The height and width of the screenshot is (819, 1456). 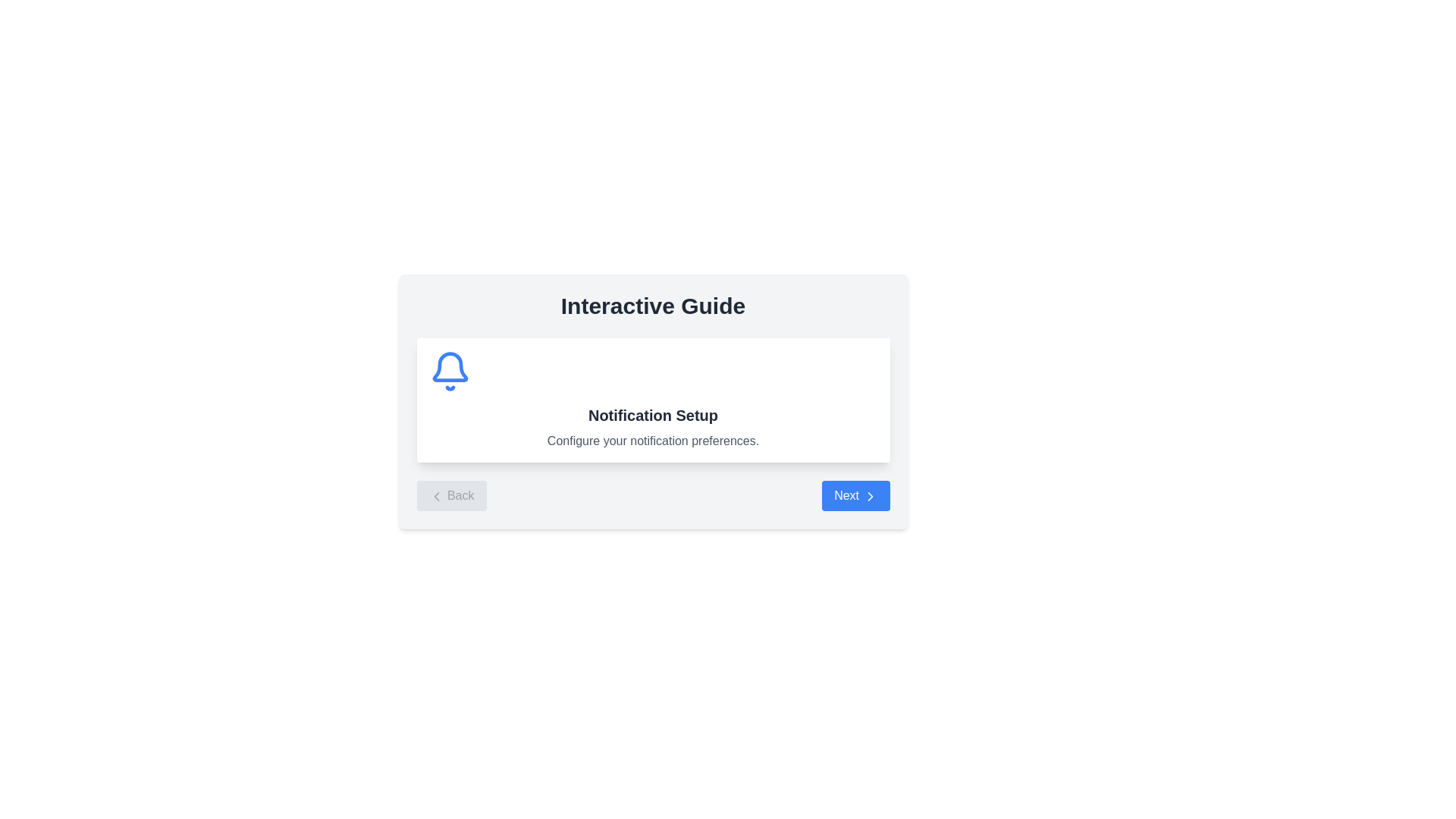 What do you see at coordinates (870, 496) in the screenshot?
I see `the rightward arrow icon located inside the blue 'Next' button for visual feedback` at bounding box center [870, 496].